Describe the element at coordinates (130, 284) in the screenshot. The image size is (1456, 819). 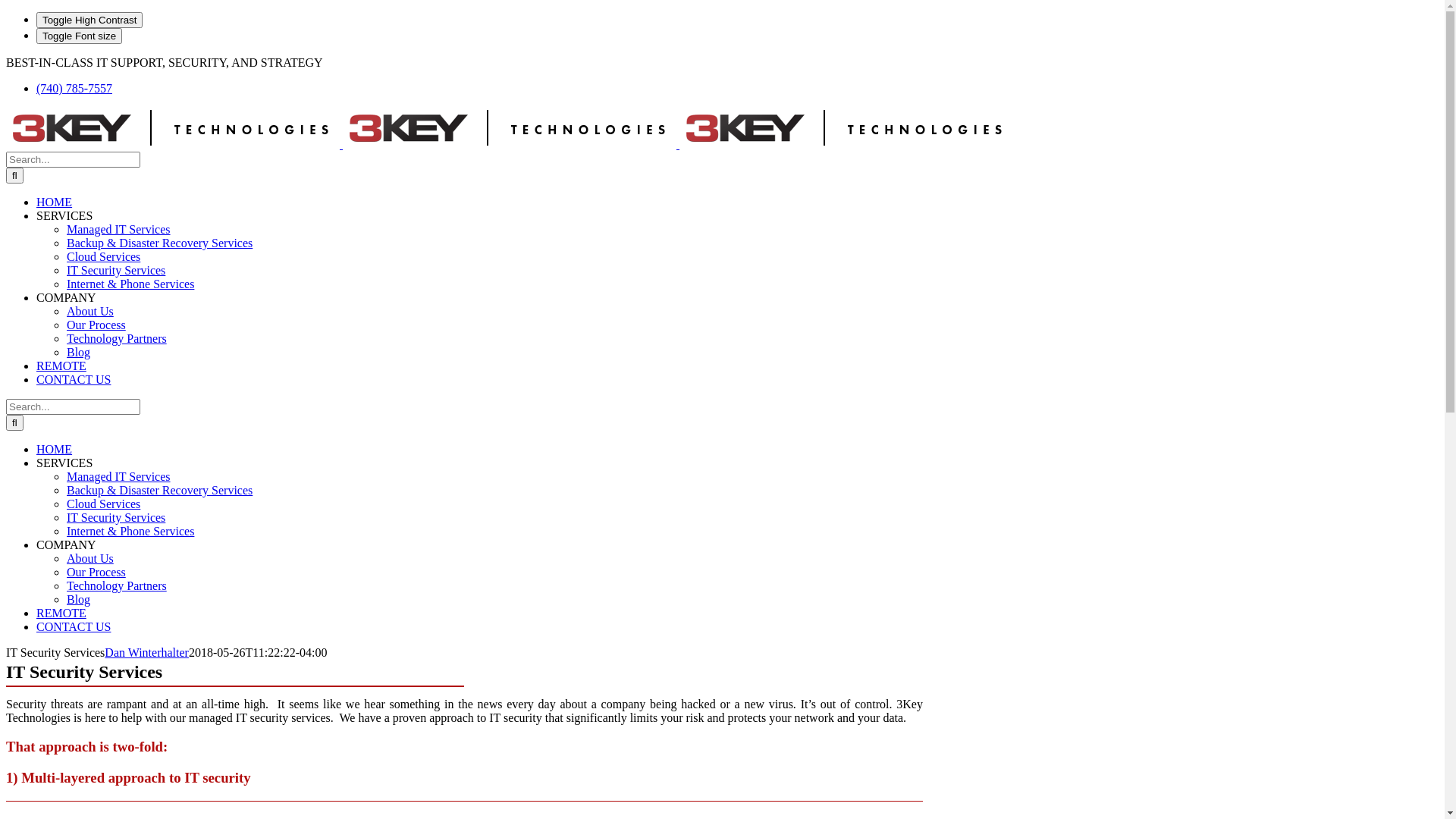
I see `'Internet & Phone Services'` at that location.